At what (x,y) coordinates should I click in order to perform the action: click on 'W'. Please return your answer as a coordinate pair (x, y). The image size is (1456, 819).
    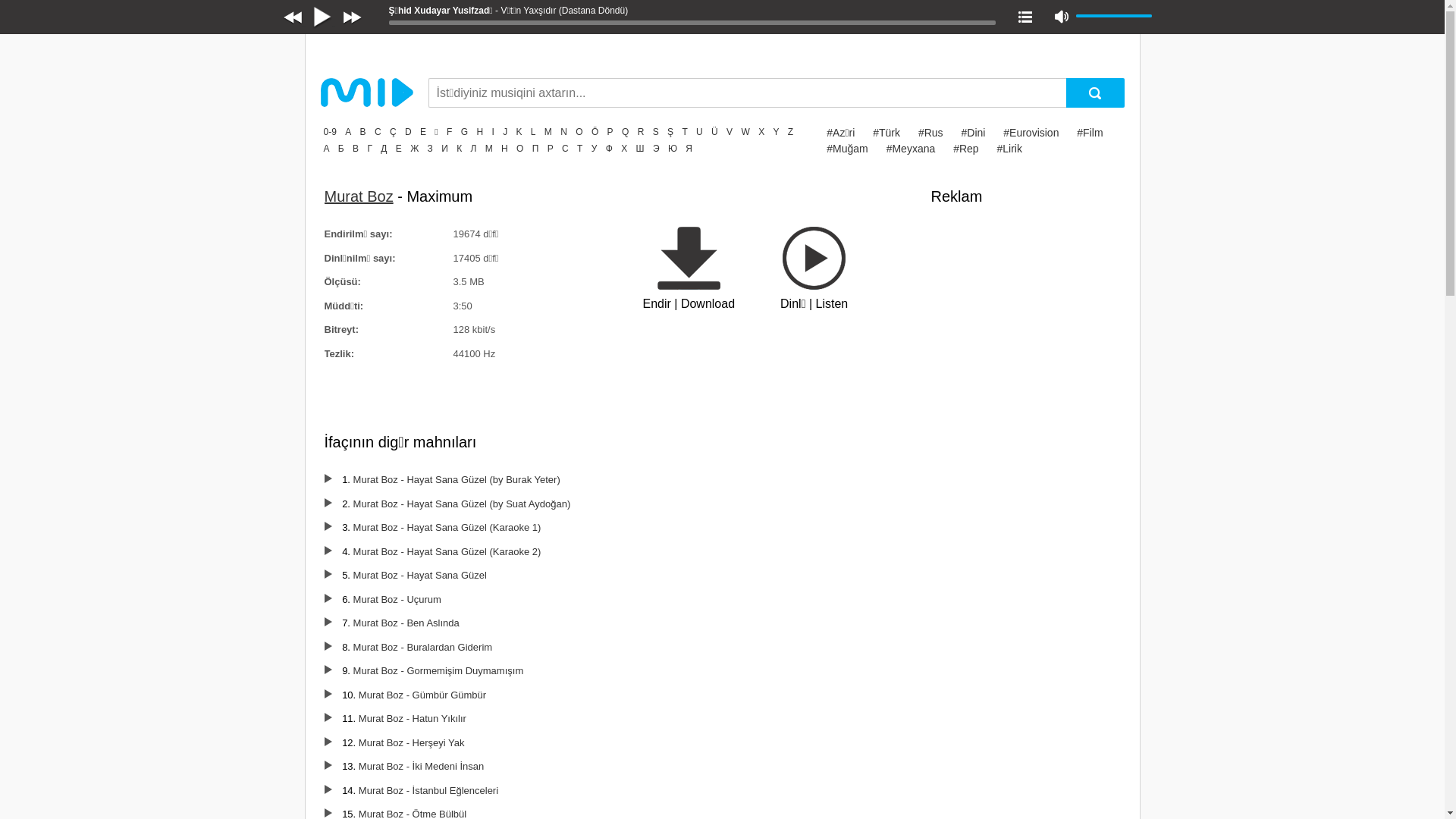
    Looking at the image, I should click on (745, 130).